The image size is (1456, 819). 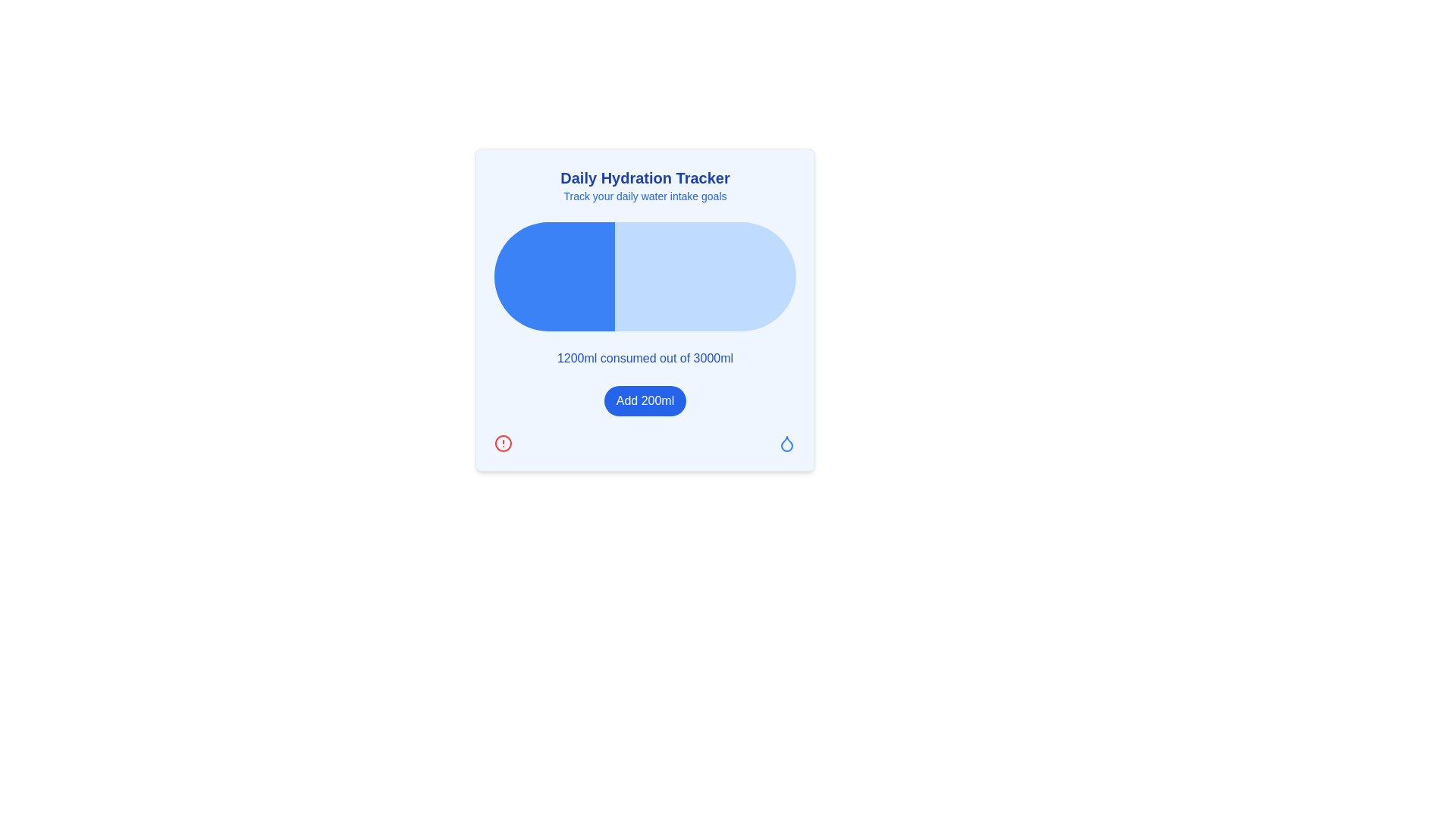 What do you see at coordinates (645, 195) in the screenshot?
I see `the text element that reads 'Track your daily water intake goals', which is styled in a small font size and bright blue color, located beneath the title 'Daily Hydration Tracker'` at bounding box center [645, 195].